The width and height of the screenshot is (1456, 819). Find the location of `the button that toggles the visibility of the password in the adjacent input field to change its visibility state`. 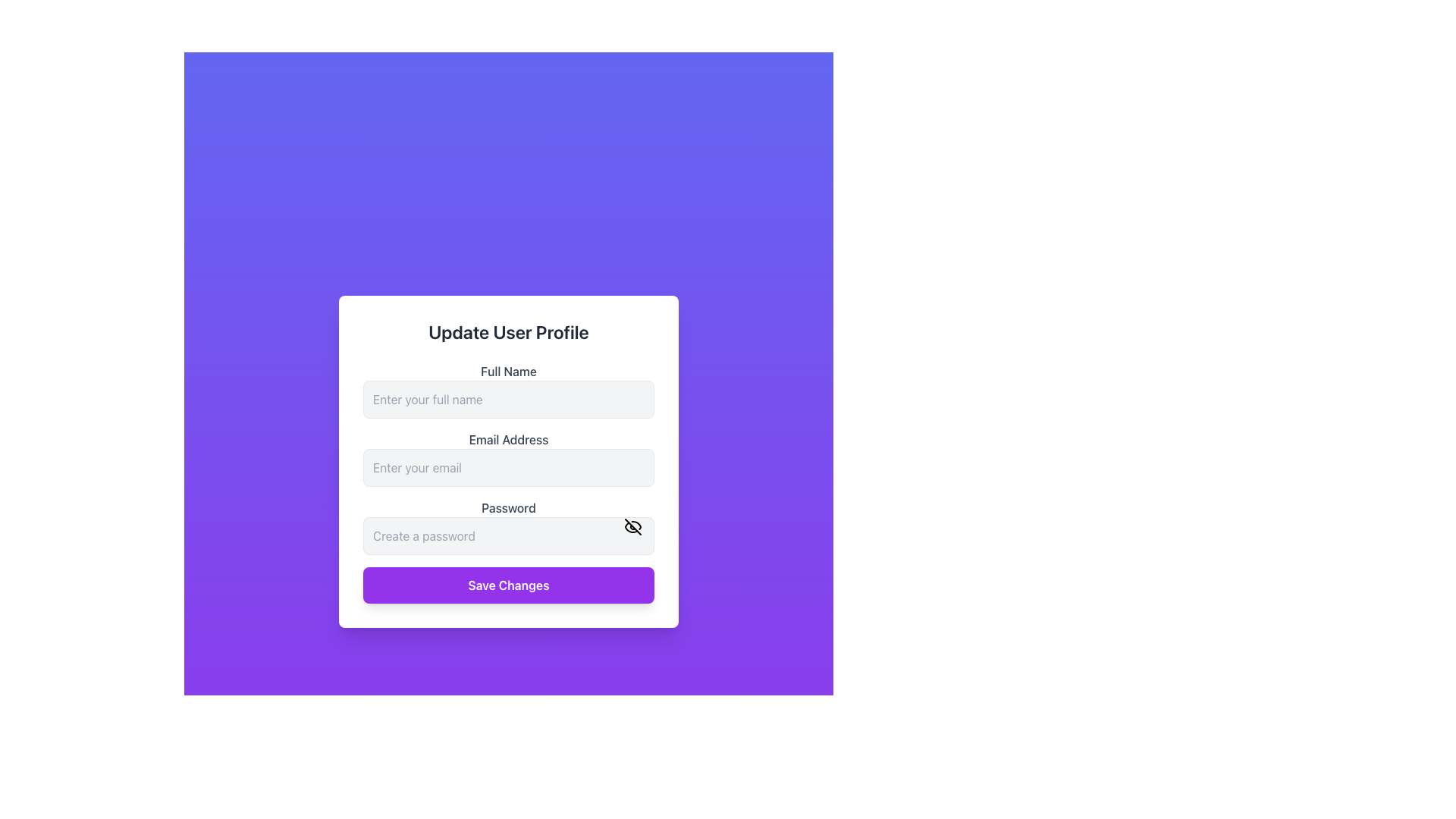

the button that toggles the visibility of the password in the adjacent input field to change its visibility state is located at coordinates (633, 526).